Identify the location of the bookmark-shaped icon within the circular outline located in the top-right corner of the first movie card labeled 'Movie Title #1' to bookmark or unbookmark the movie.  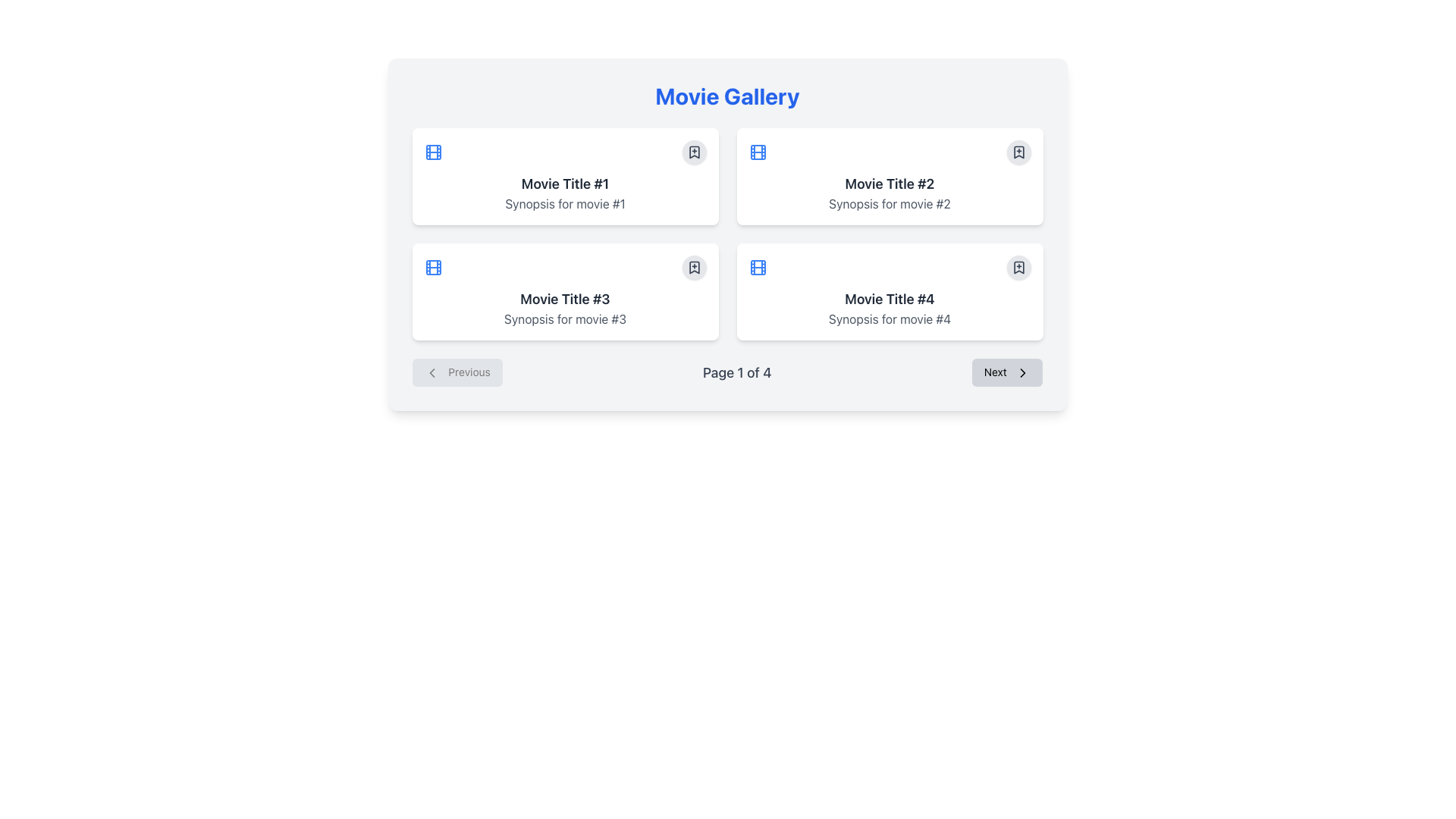
(693, 152).